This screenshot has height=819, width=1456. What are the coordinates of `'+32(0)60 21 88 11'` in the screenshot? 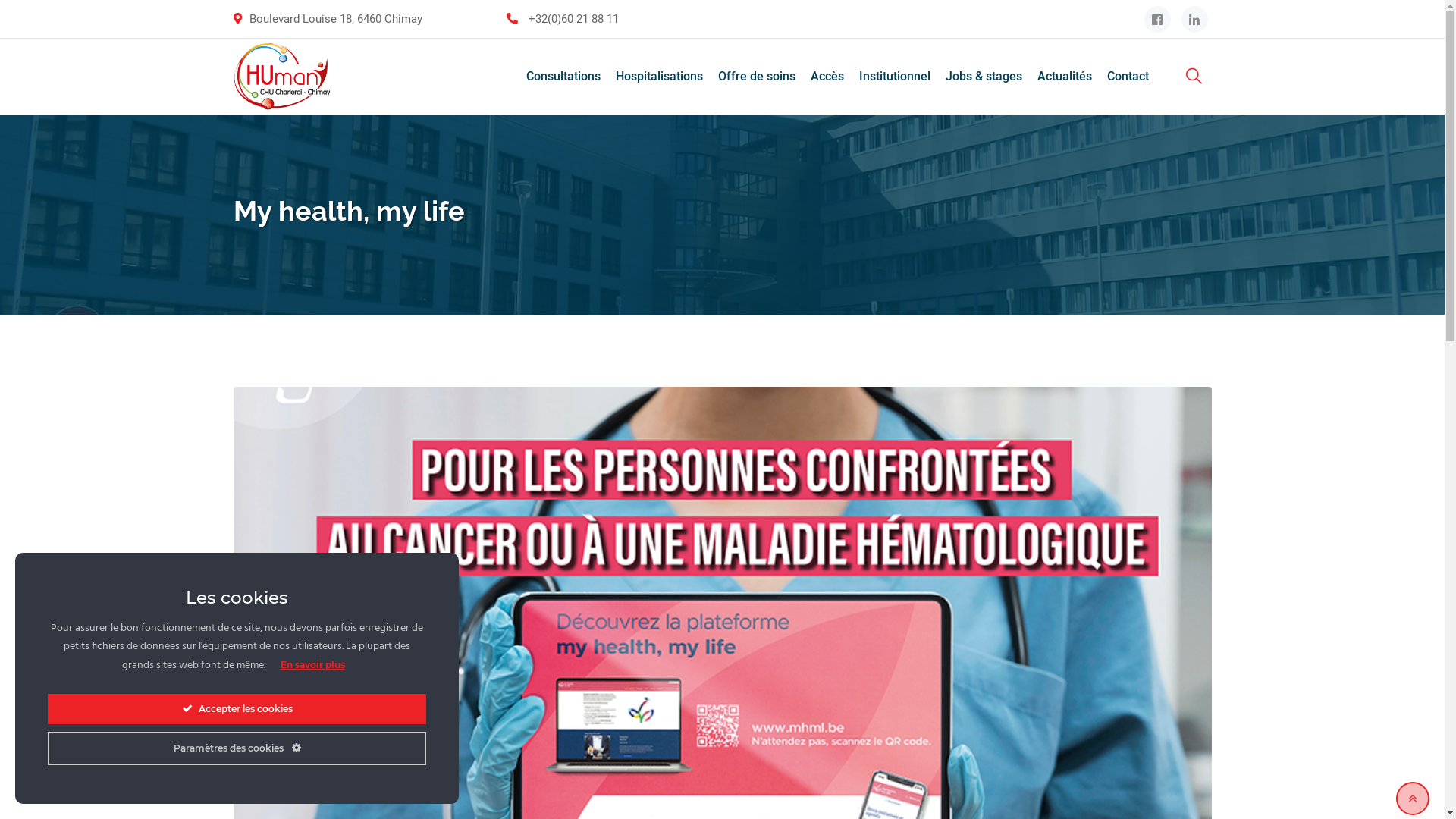 It's located at (572, 18).